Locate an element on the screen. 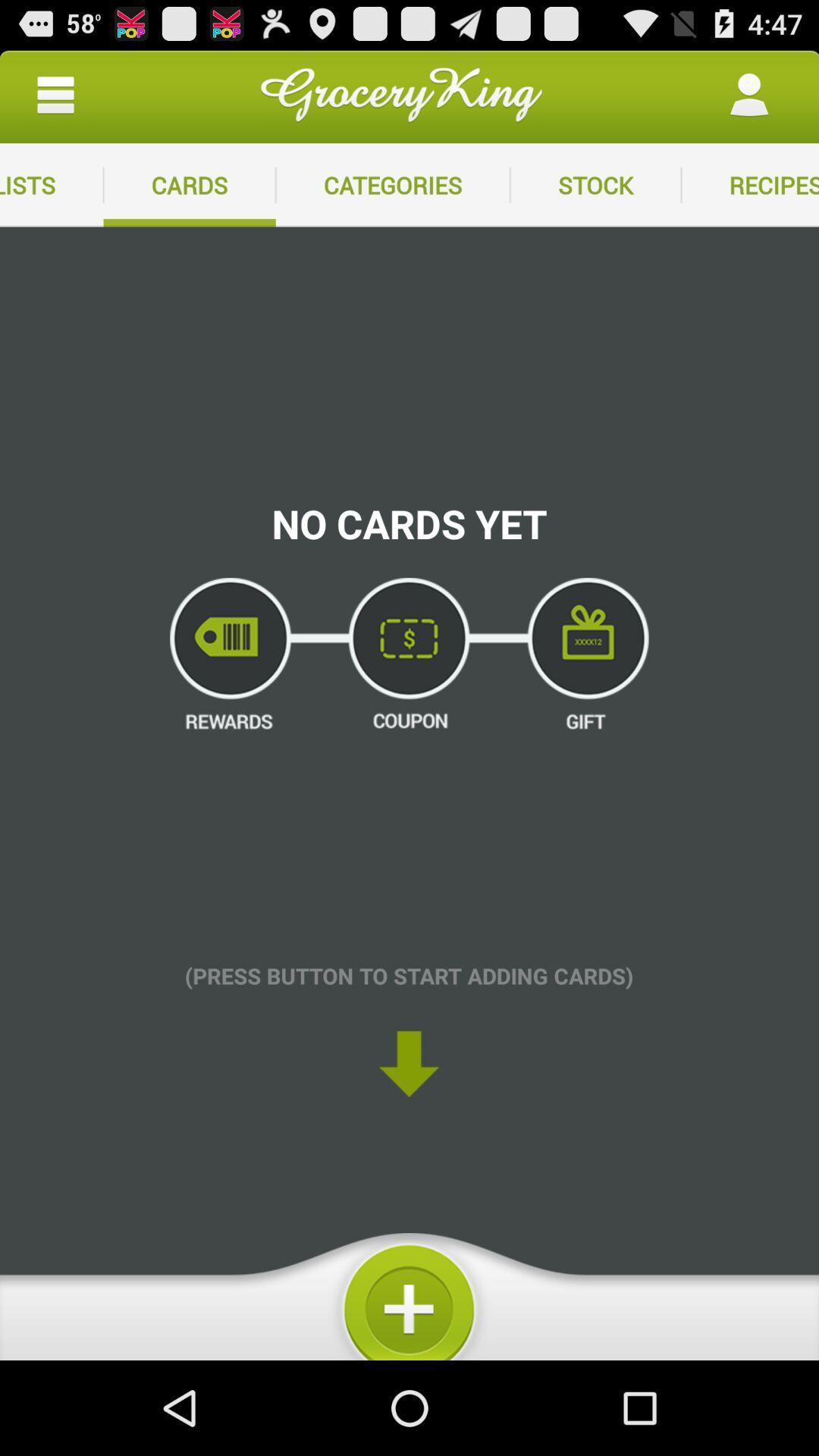  item next to the cards is located at coordinates (392, 184).